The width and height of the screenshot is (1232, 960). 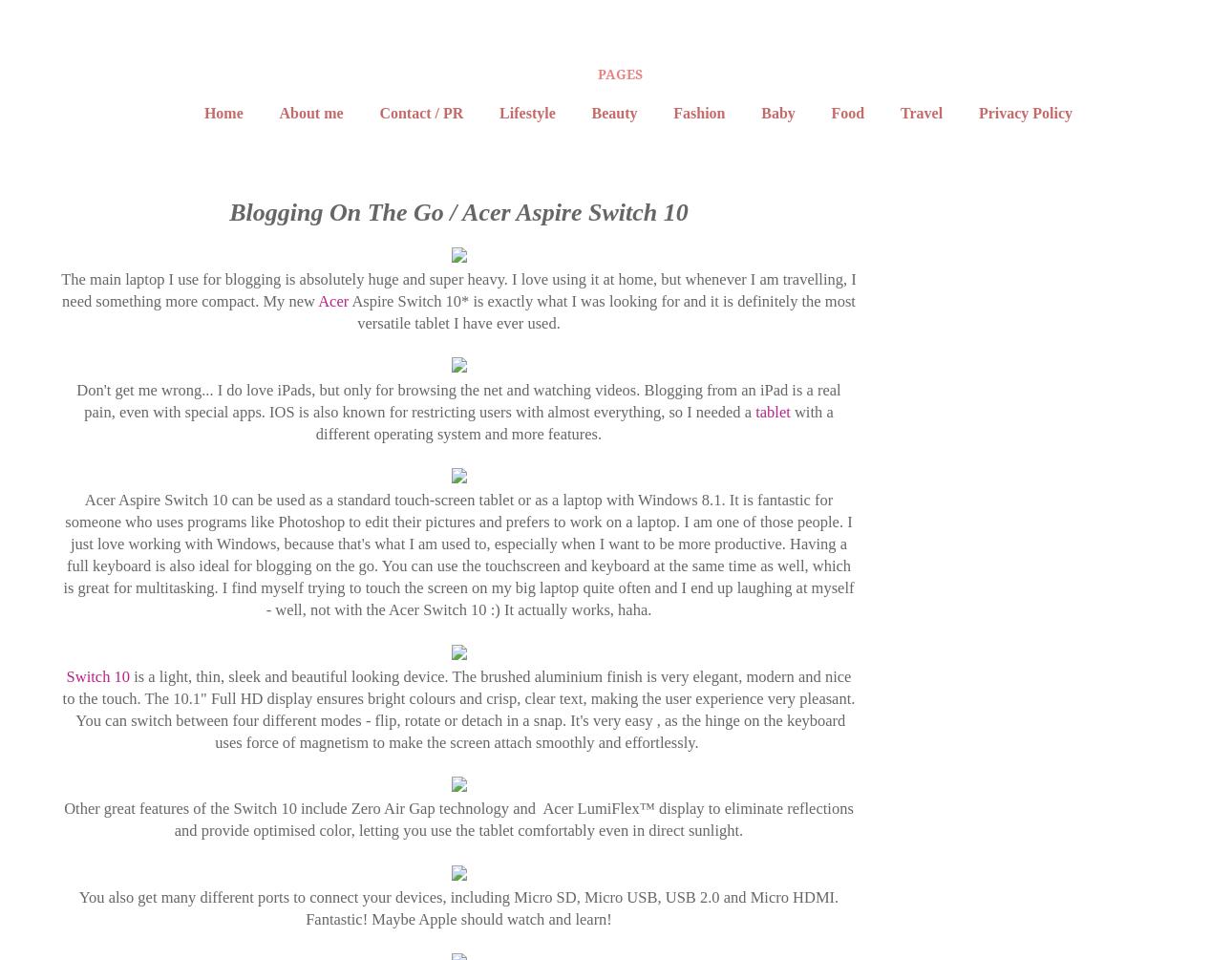 I want to click on 'Switch 10', so click(x=96, y=675).